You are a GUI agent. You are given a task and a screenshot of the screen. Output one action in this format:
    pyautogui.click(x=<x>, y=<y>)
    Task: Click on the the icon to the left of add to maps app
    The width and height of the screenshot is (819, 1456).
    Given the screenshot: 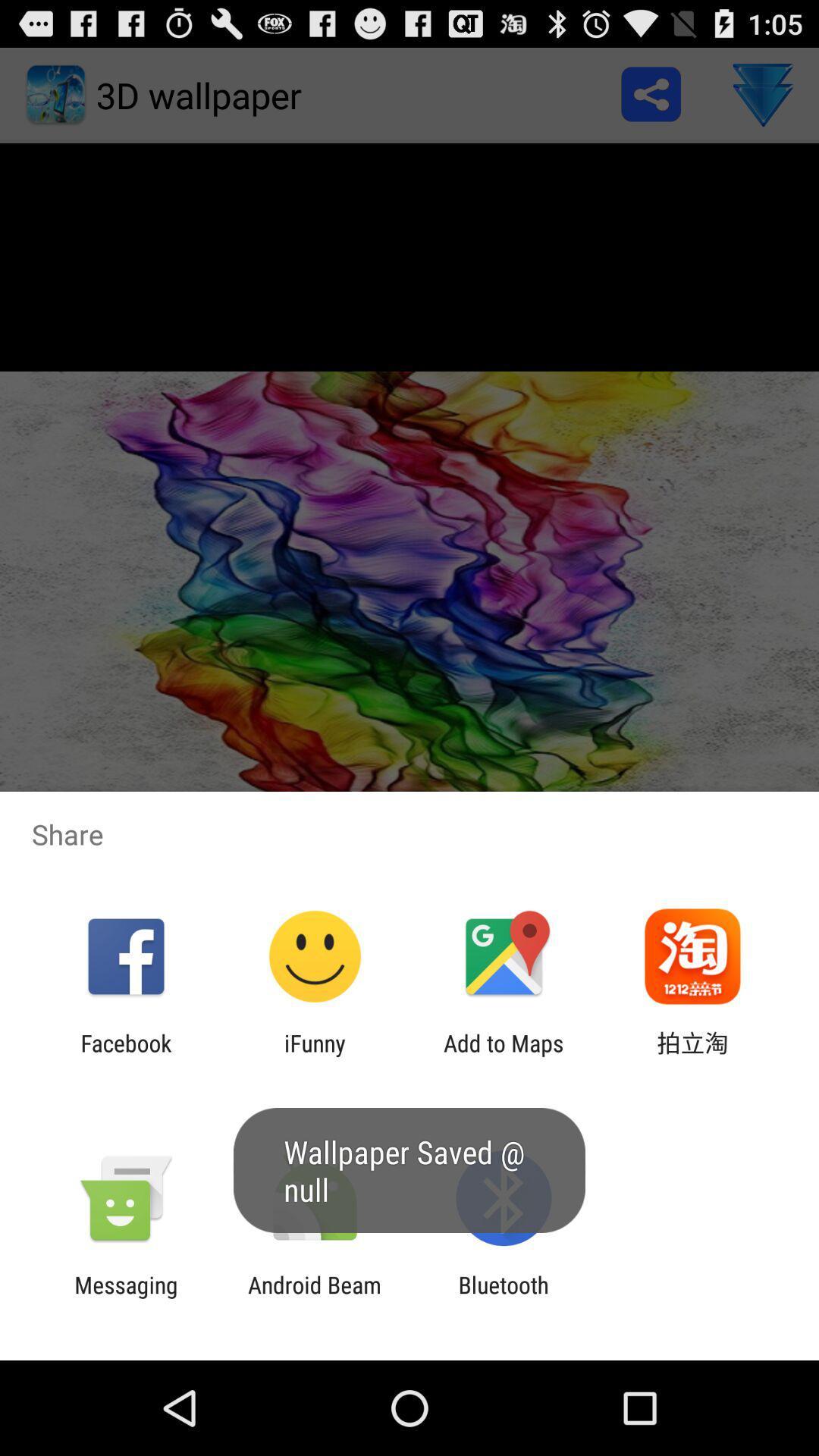 What is the action you would take?
    pyautogui.click(x=314, y=1056)
    